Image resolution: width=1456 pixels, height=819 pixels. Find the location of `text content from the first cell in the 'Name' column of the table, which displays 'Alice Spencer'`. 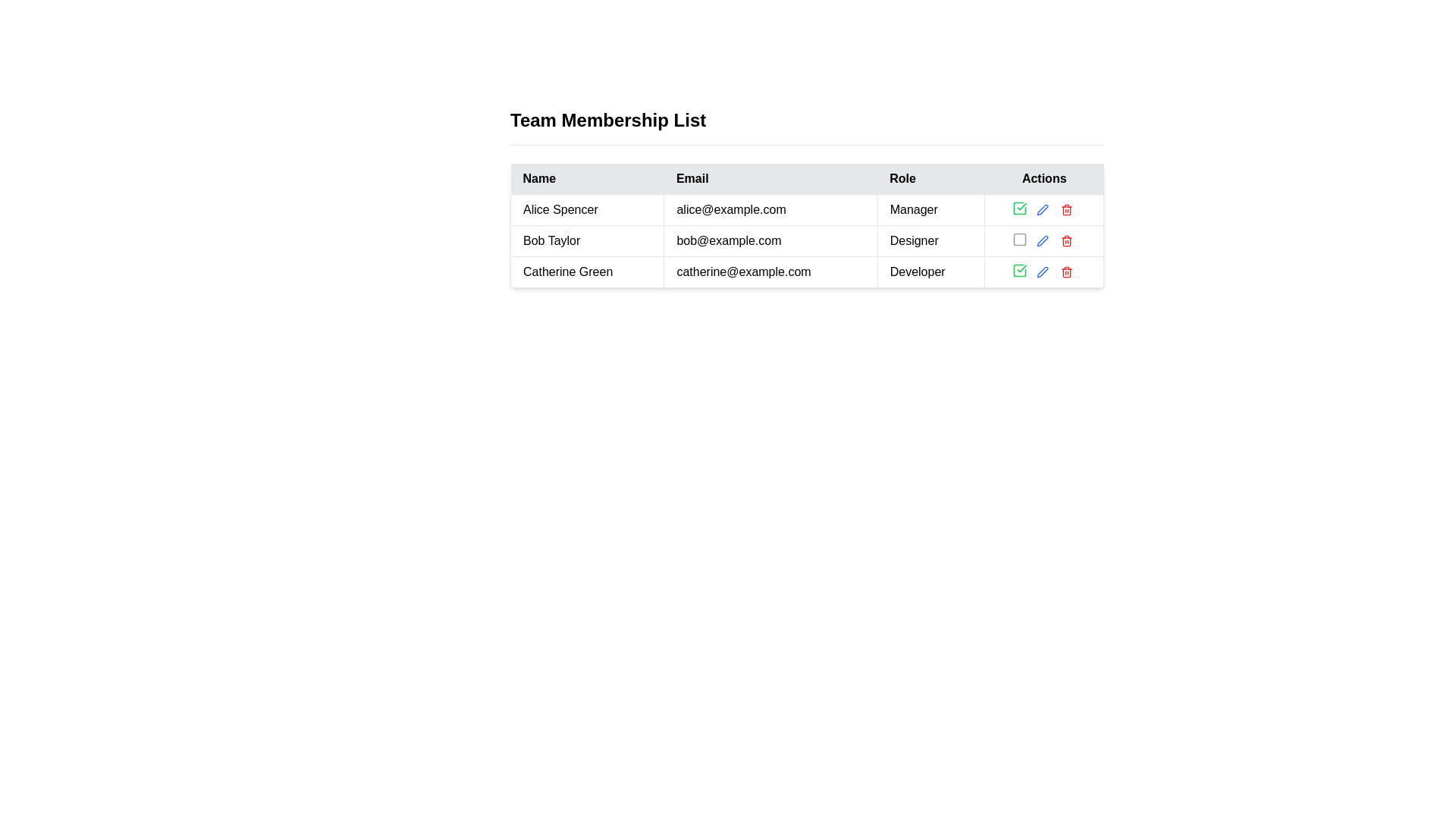

text content from the first cell in the 'Name' column of the table, which displays 'Alice Spencer' is located at coordinates (586, 210).